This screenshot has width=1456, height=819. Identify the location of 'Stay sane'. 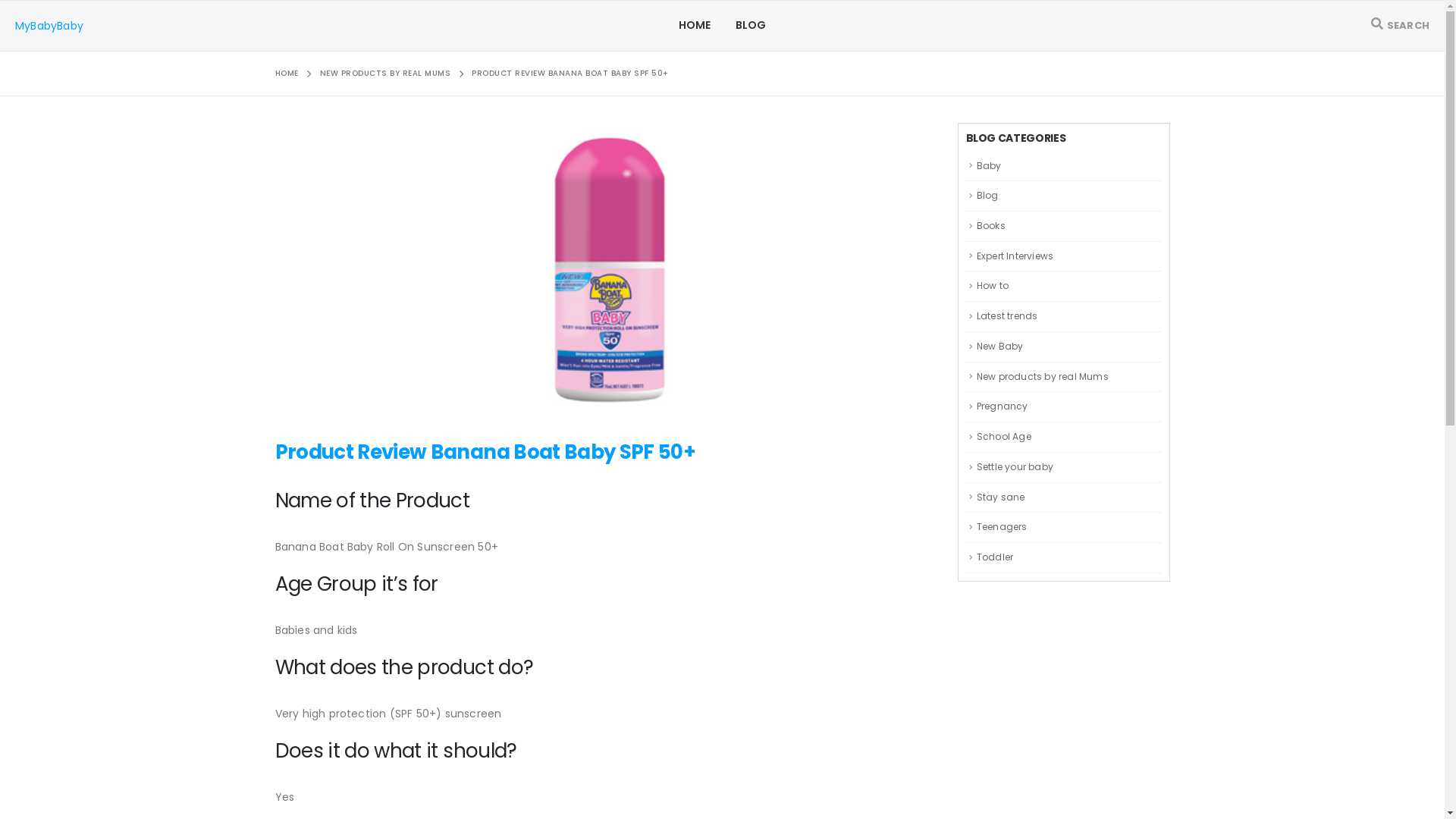
(976, 496).